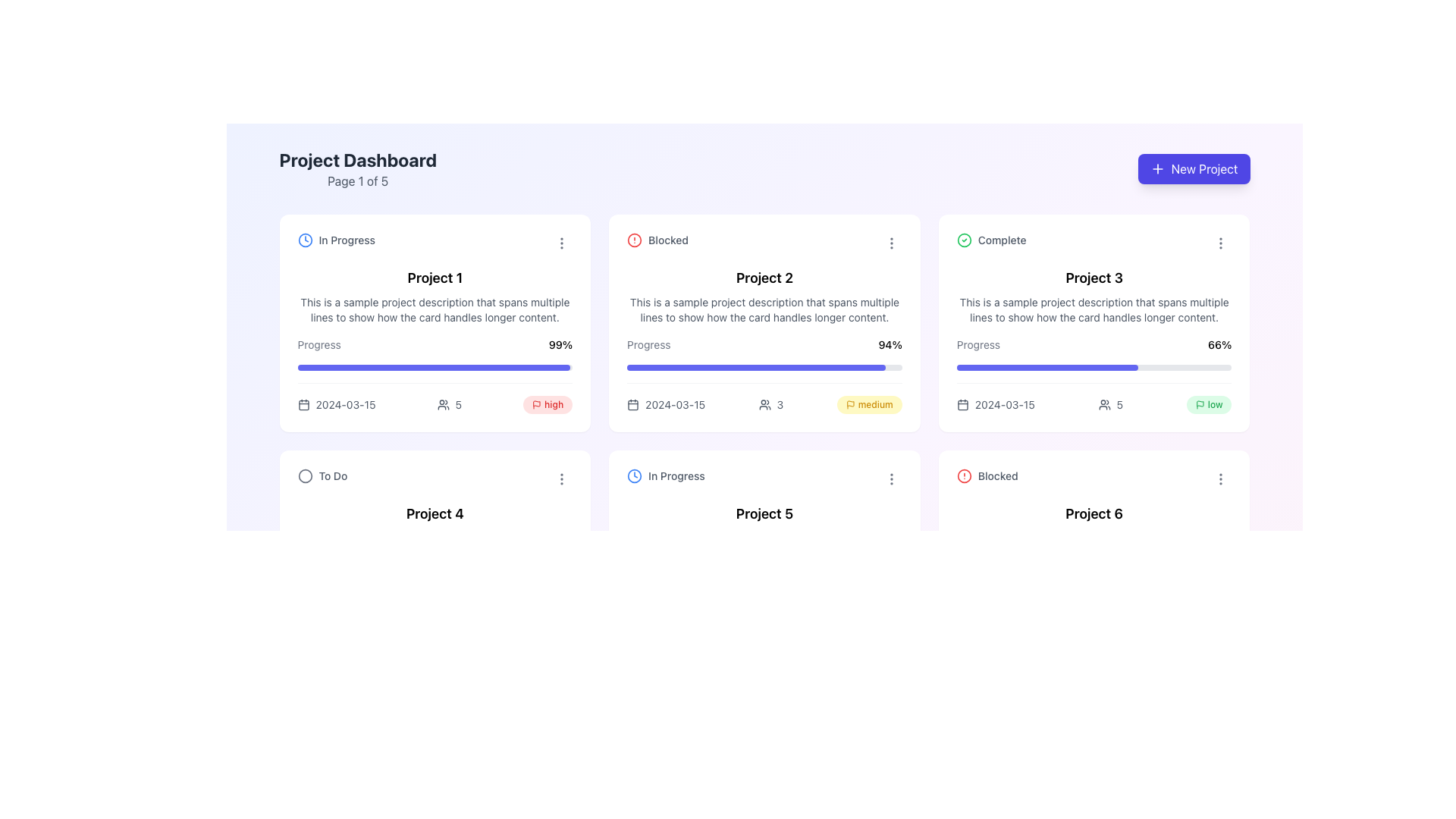  Describe the element at coordinates (764, 403) in the screenshot. I see `the users icon, which is a small circular gray icon representing a group of people, located within the 'Project 2' card and aligned vertically with the numeric value '3'` at that location.